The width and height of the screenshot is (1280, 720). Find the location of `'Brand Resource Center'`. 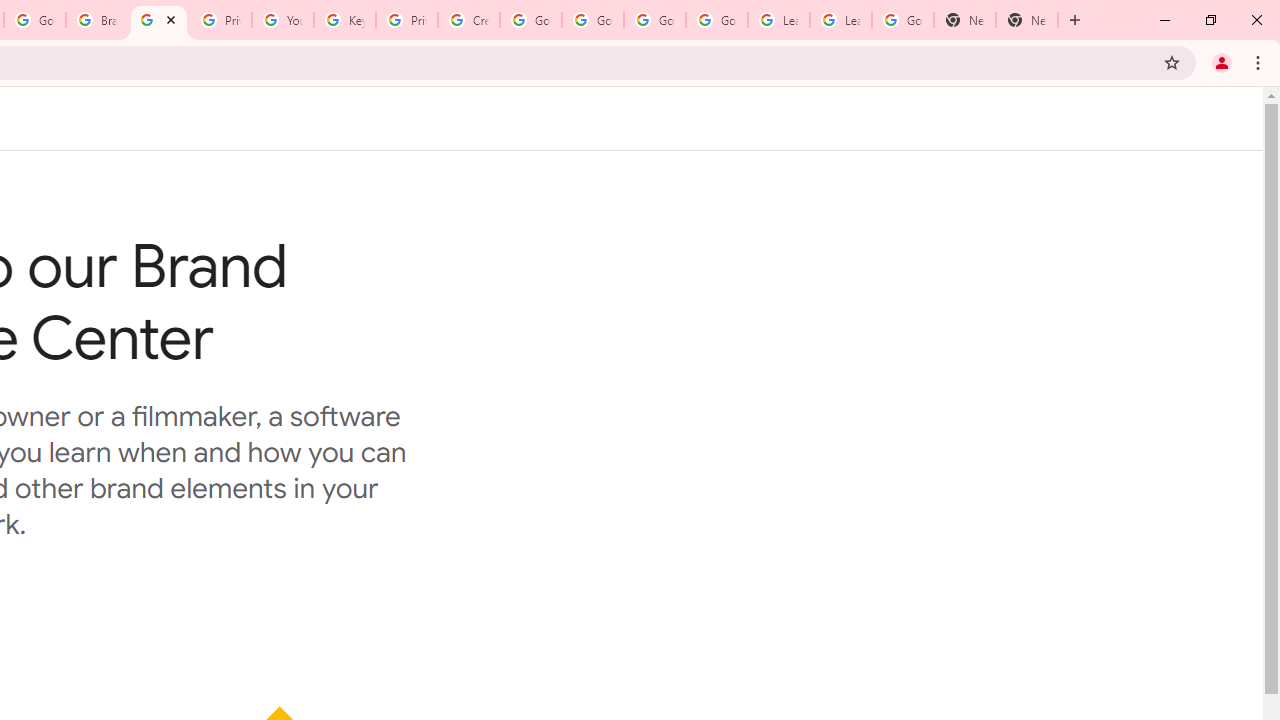

'Brand Resource Center' is located at coordinates (157, 20).